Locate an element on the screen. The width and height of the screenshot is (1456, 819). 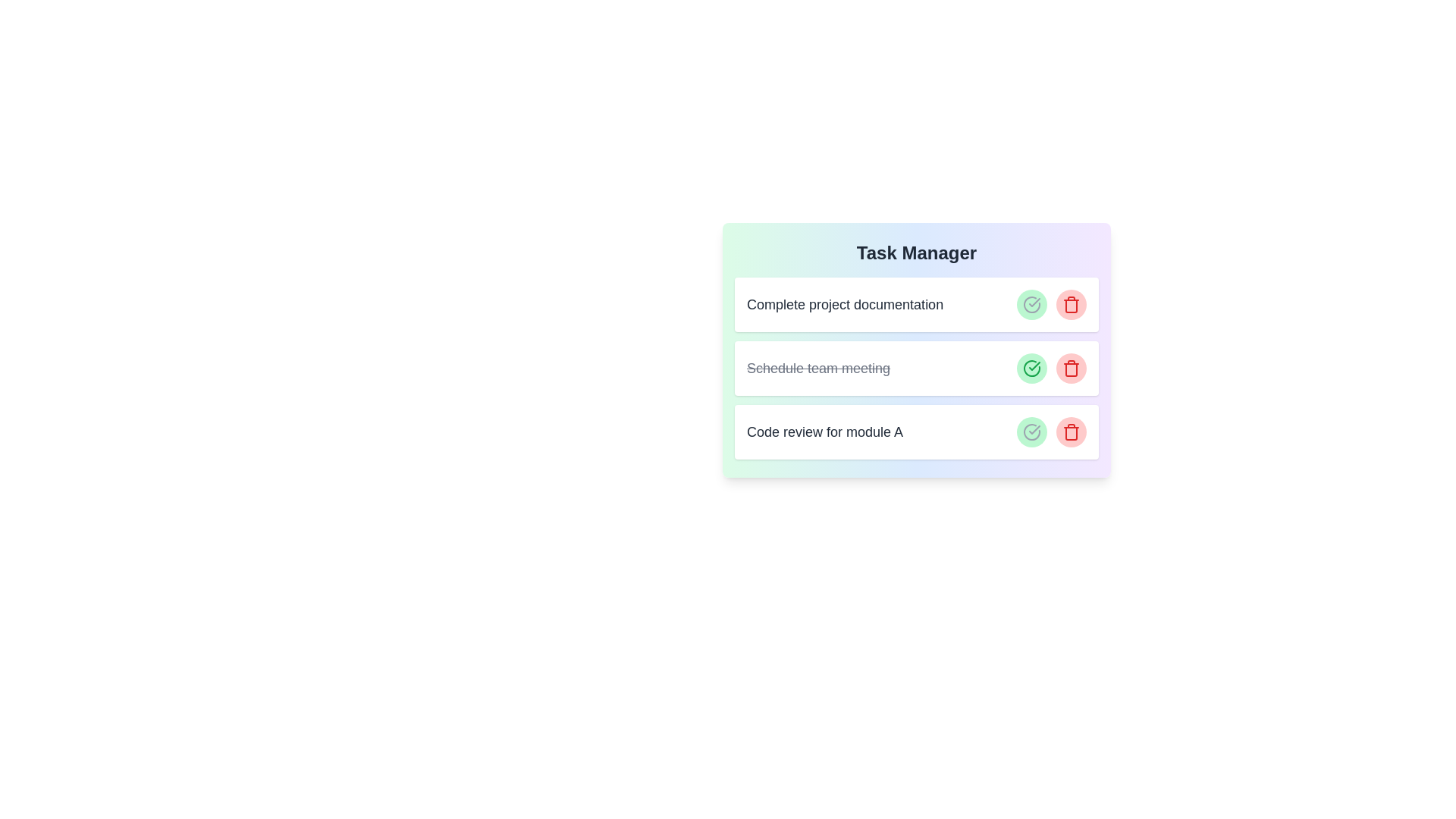
the delete button for the task 'Schedule team meeting' is located at coordinates (1070, 369).